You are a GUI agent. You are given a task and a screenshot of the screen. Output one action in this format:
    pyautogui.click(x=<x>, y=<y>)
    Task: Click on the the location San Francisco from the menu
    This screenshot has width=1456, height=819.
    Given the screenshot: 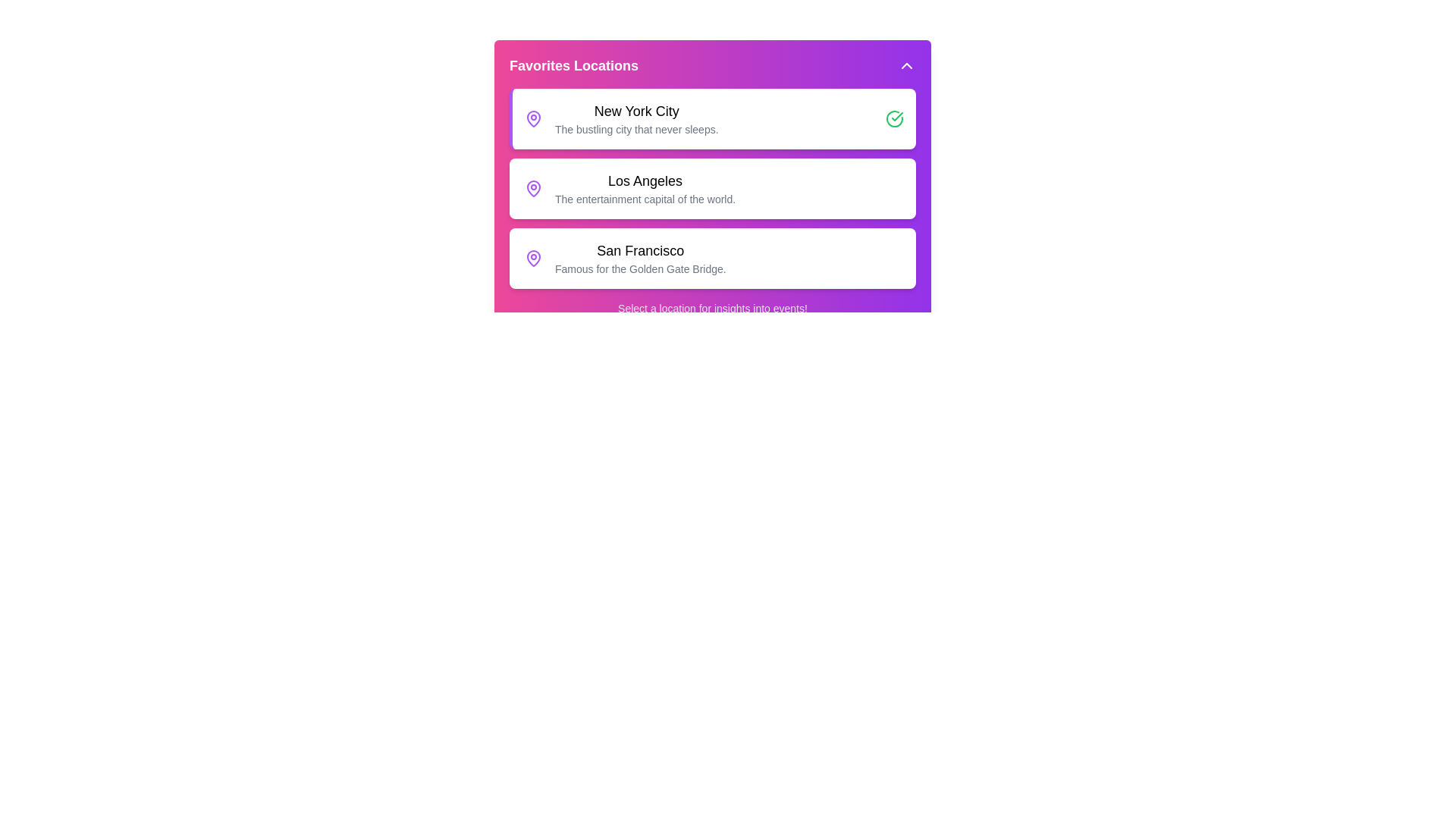 What is the action you would take?
    pyautogui.click(x=712, y=257)
    